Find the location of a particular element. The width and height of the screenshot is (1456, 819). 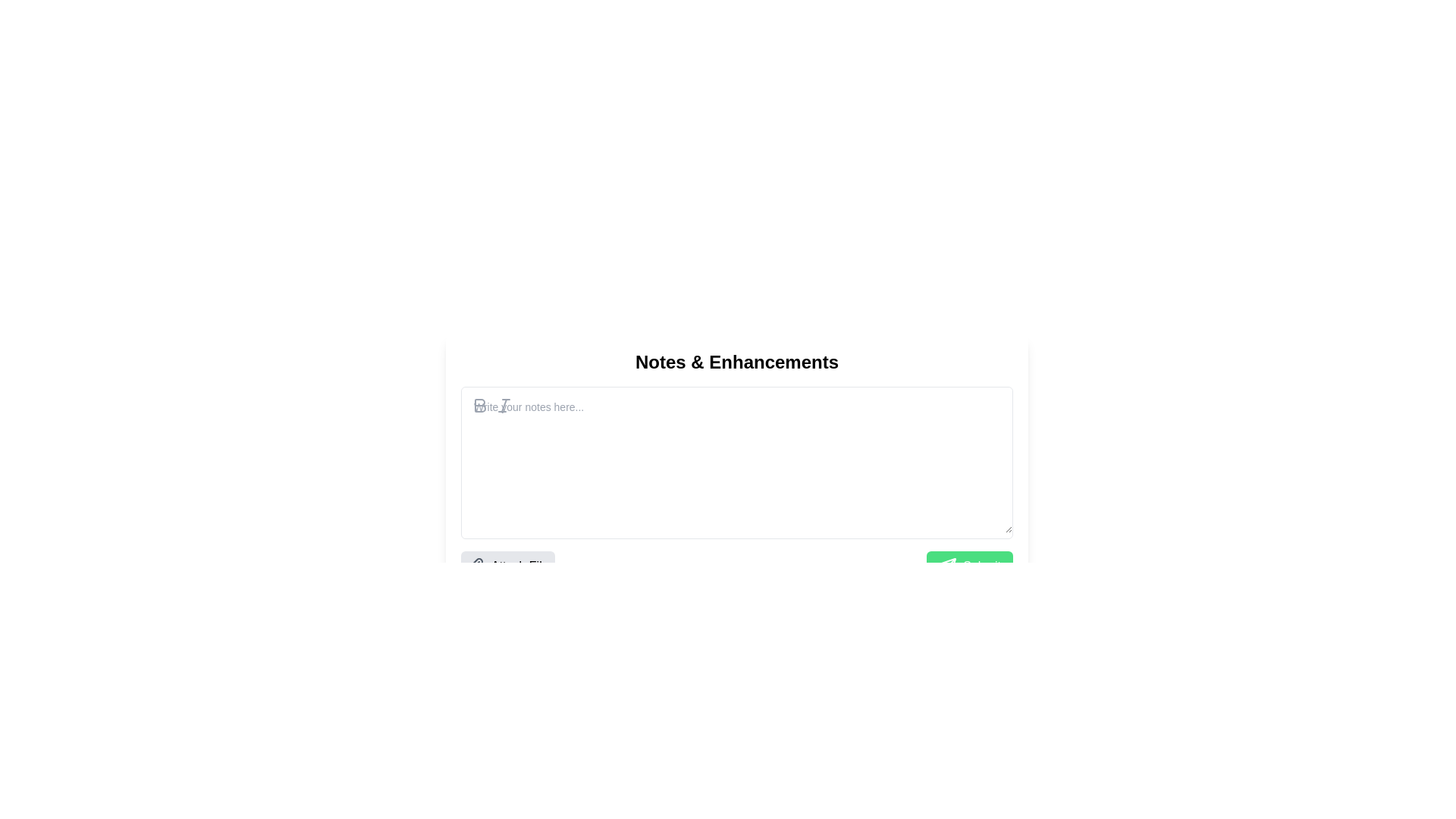

the 'Bold' icon in the Control Panel for Text Formatting located at the top-left corner of the note-editing box to apply bold styling is located at coordinates (491, 405).